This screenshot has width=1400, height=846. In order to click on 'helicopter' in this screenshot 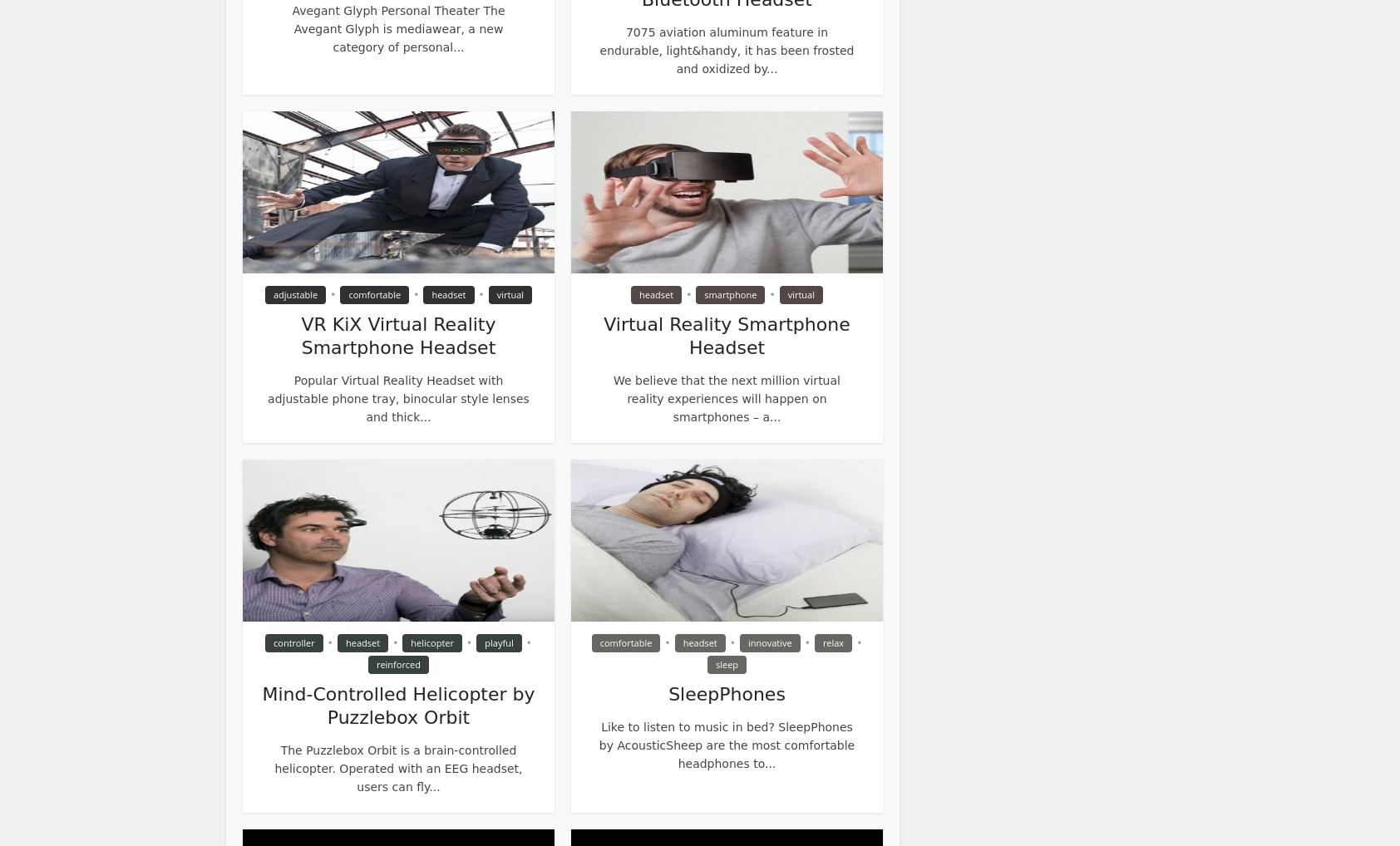, I will do `click(431, 642)`.